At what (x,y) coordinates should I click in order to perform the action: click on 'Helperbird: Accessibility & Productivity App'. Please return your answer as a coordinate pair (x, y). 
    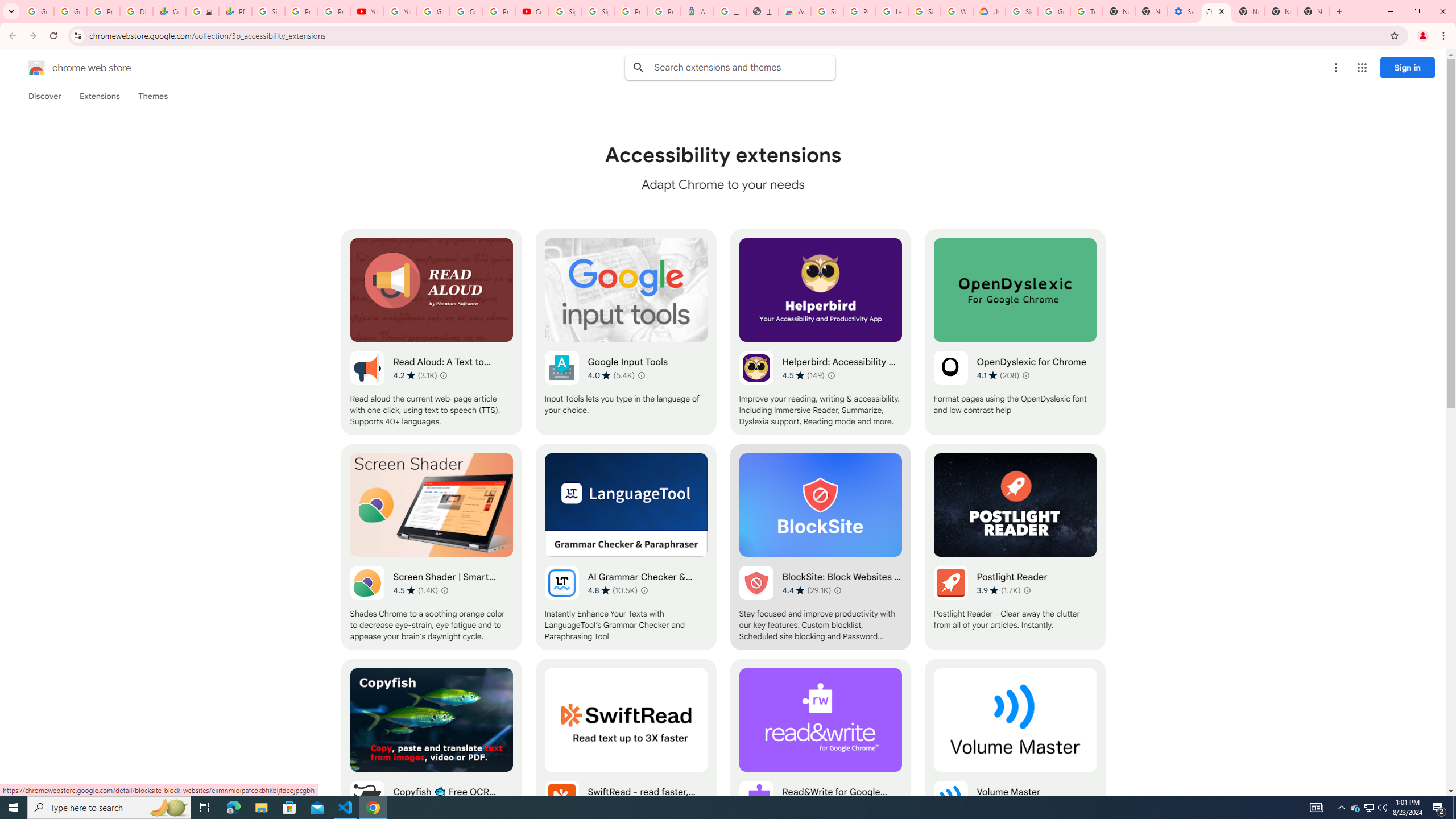
    Looking at the image, I should click on (820, 331).